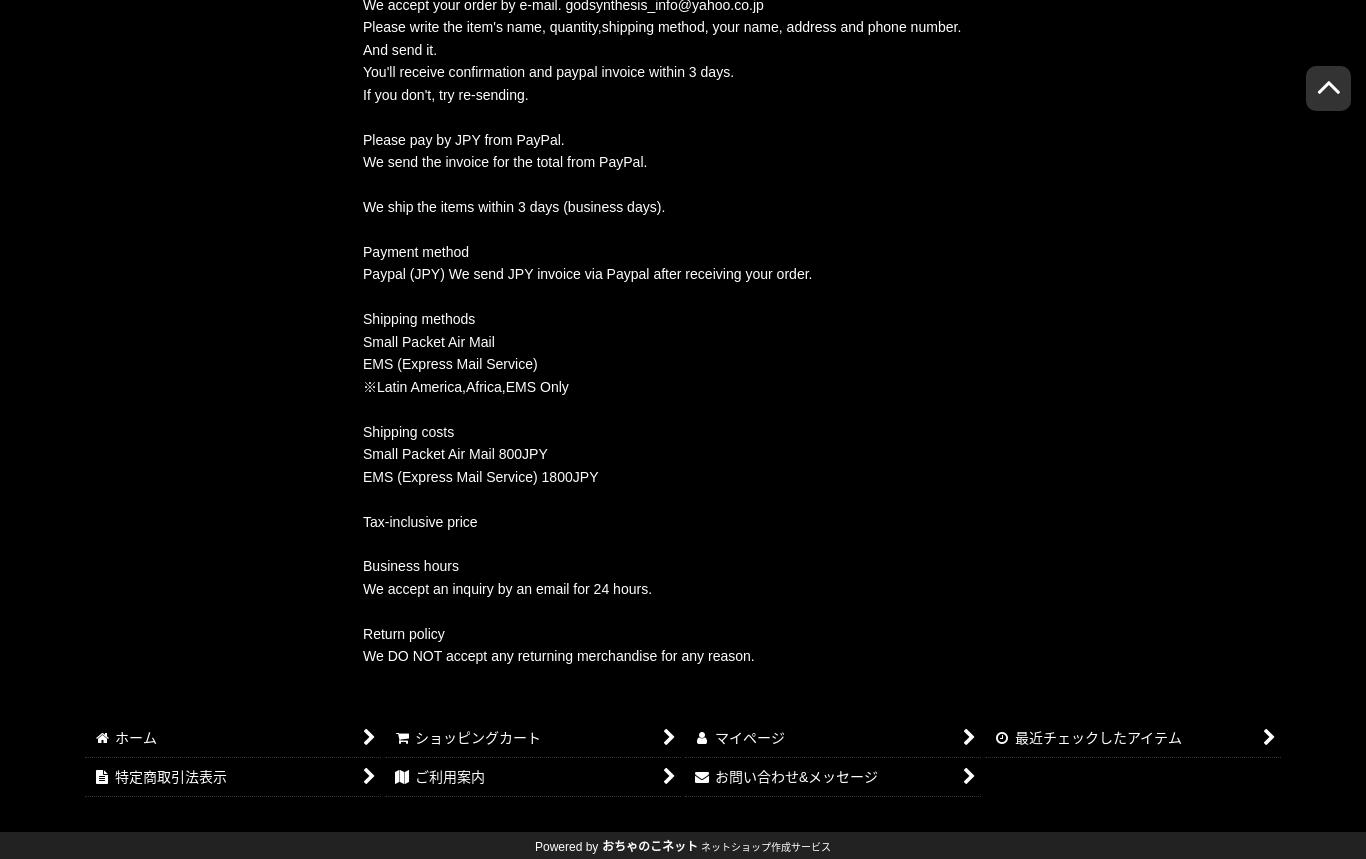  Describe the element at coordinates (448, 362) in the screenshot. I see `'EMS (Express Mail Service)'` at that location.